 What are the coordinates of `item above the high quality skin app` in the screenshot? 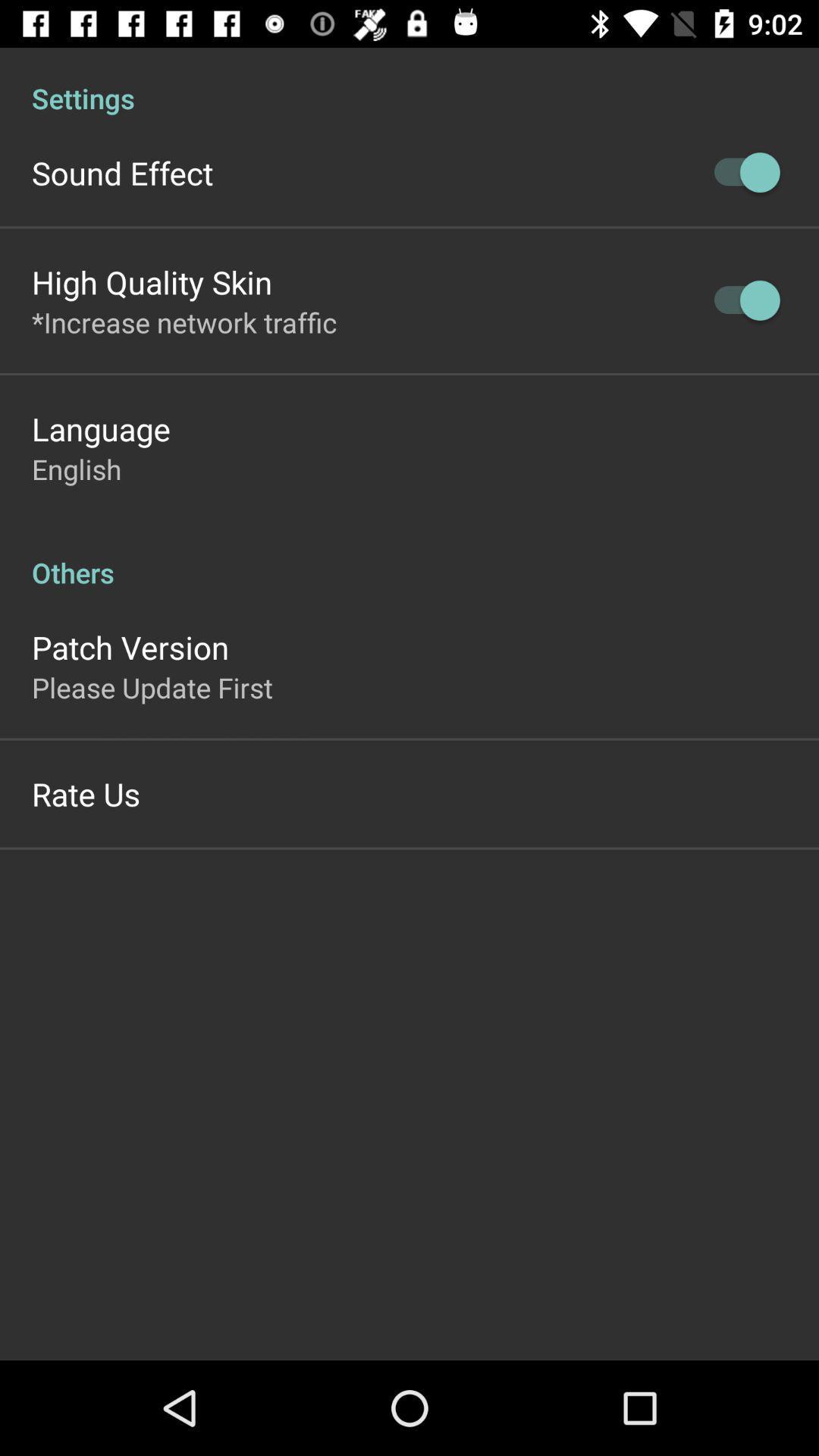 It's located at (121, 173).